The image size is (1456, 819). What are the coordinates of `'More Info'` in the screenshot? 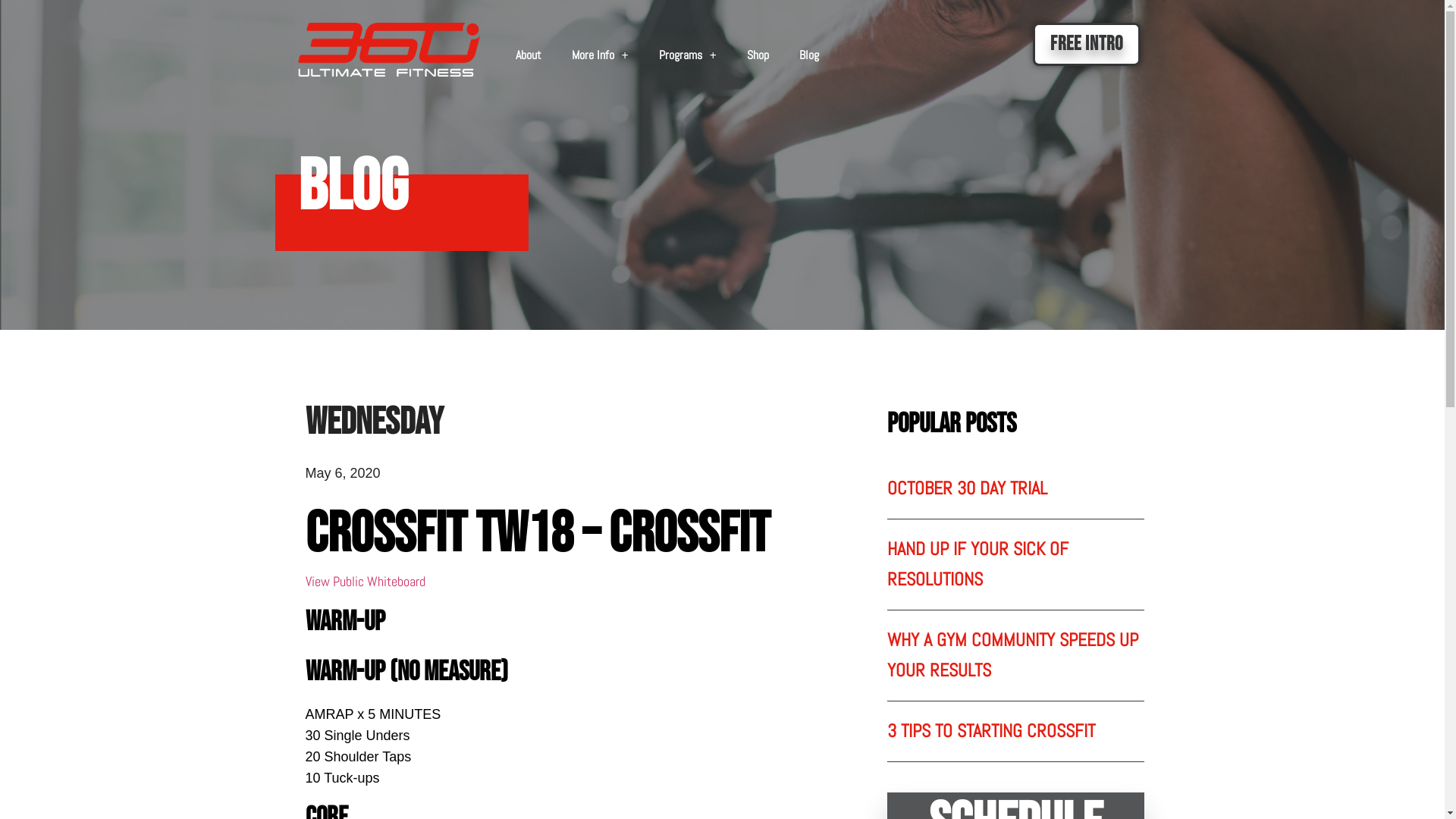 It's located at (556, 55).